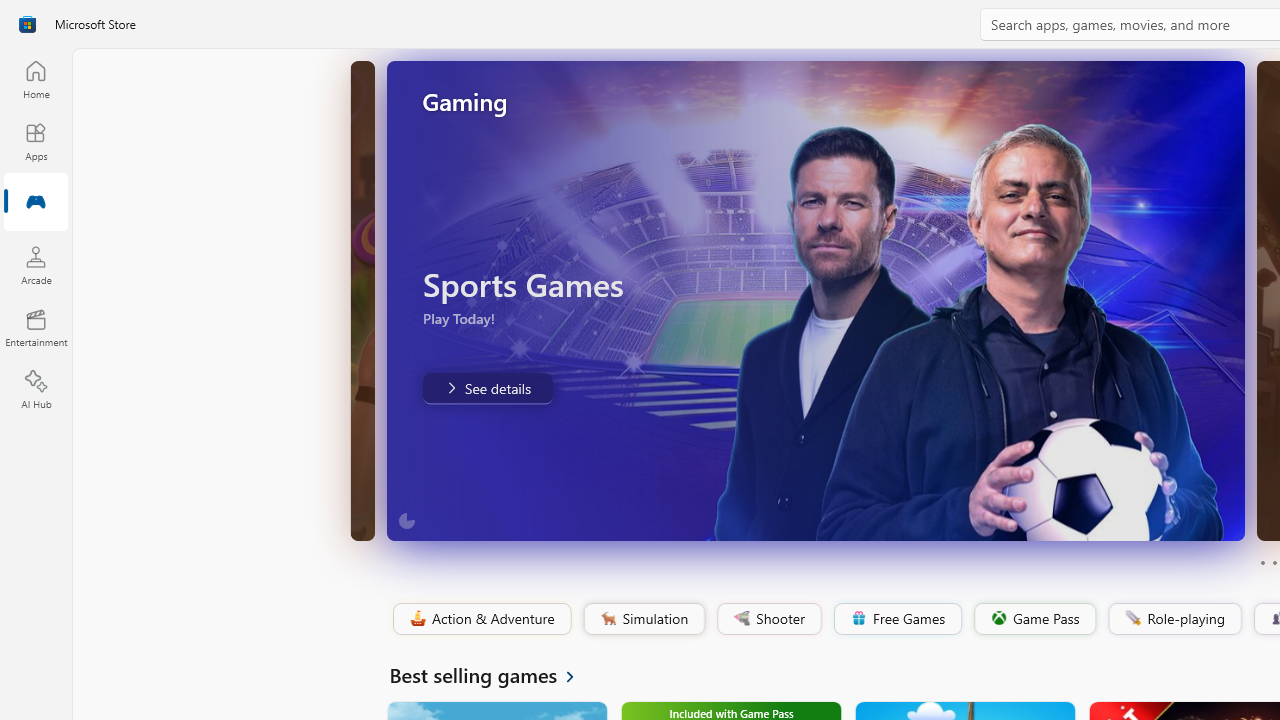  Describe the element at coordinates (1033, 618) in the screenshot. I see `'Game Pass'` at that location.